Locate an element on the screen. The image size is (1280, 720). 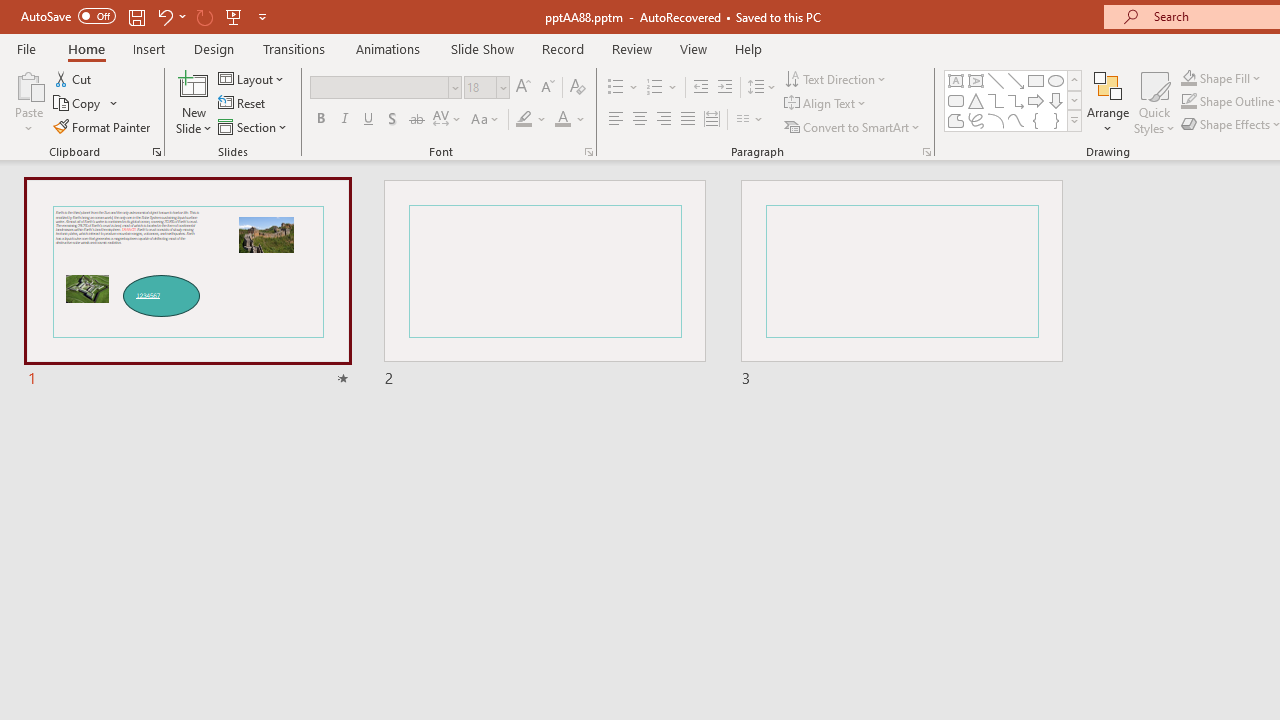
'Review' is located at coordinates (630, 48).